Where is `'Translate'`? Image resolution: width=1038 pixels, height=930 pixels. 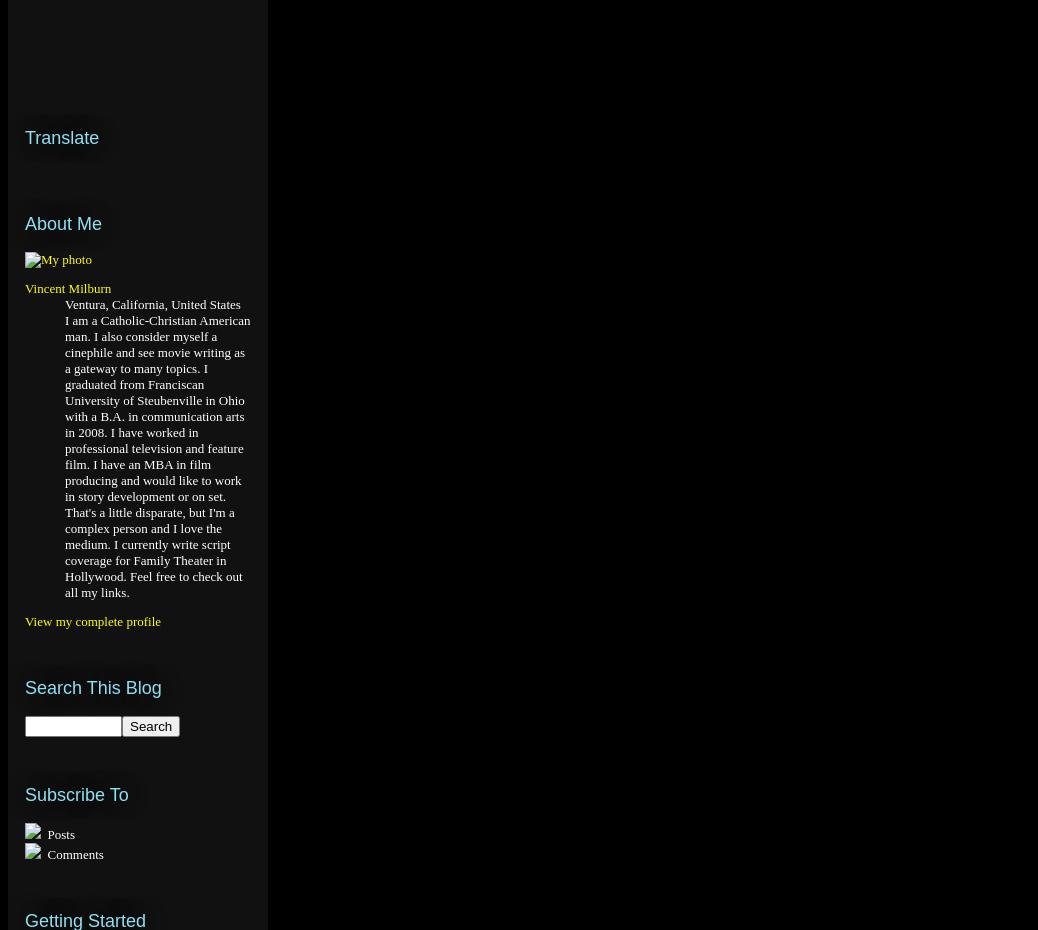 'Translate' is located at coordinates (24, 136).